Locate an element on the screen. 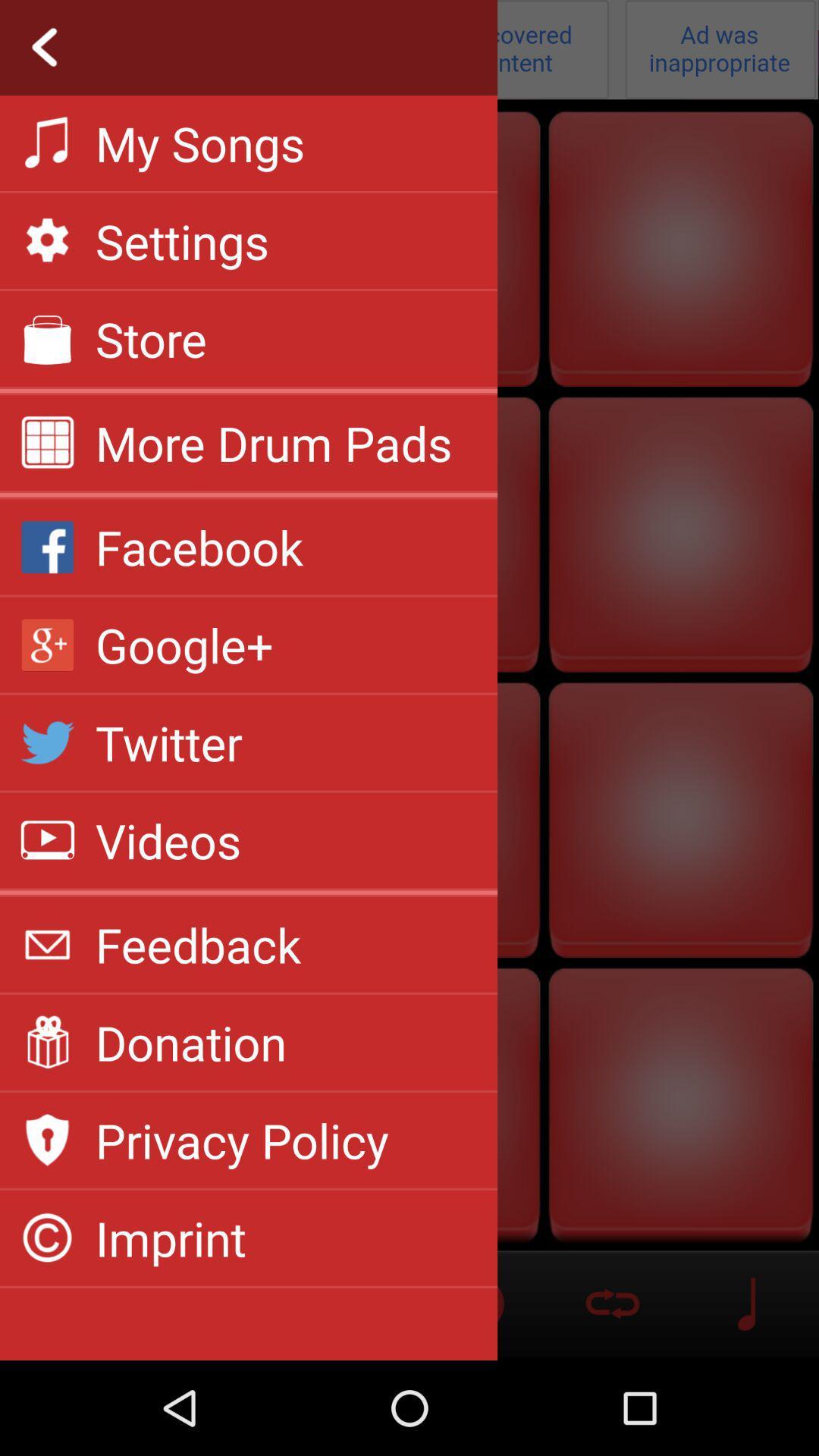 The image size is (819, 1456). the item above google+ app is located at coordinates (199, 546).